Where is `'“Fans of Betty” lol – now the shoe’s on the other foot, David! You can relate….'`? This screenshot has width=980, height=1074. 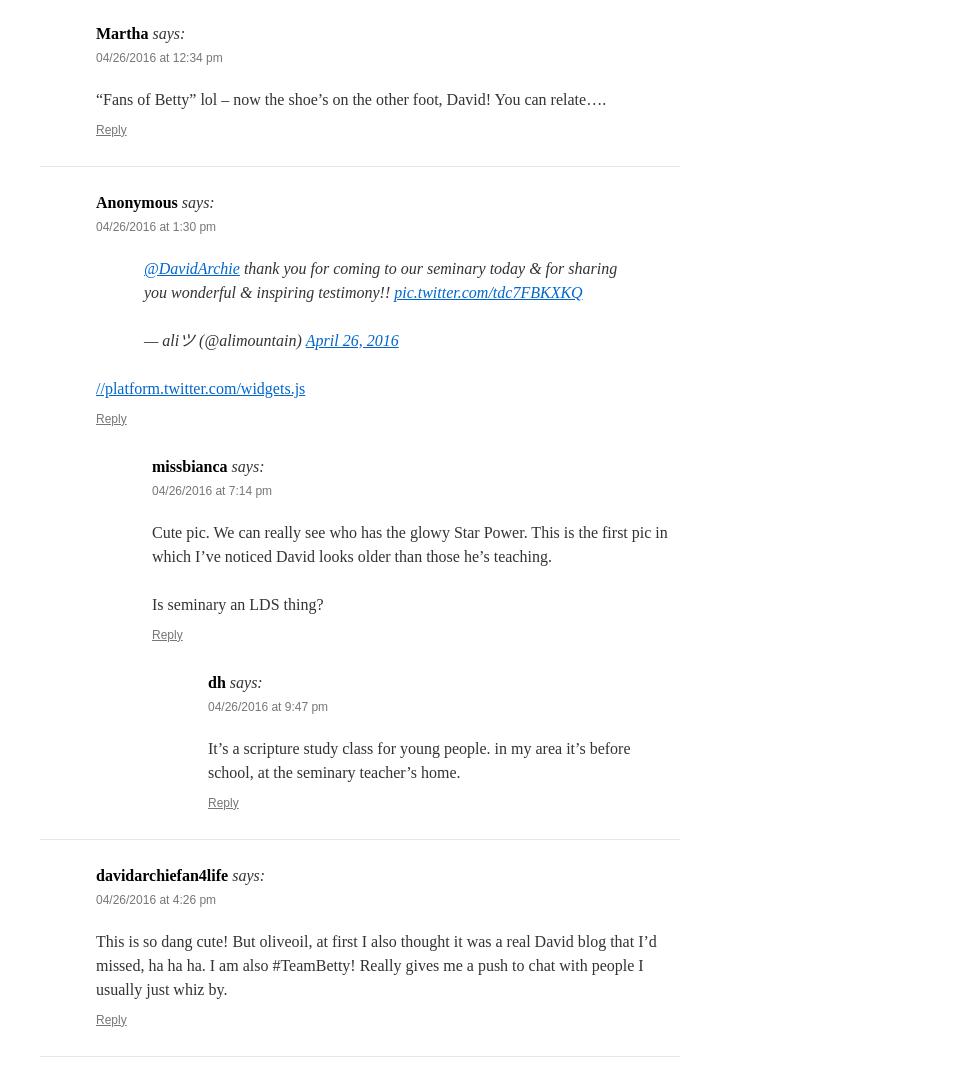 '“Fans of Betty” lol – now the shoe’s on the other foot, David! You can relate….' is located at coordinates (351, 98).